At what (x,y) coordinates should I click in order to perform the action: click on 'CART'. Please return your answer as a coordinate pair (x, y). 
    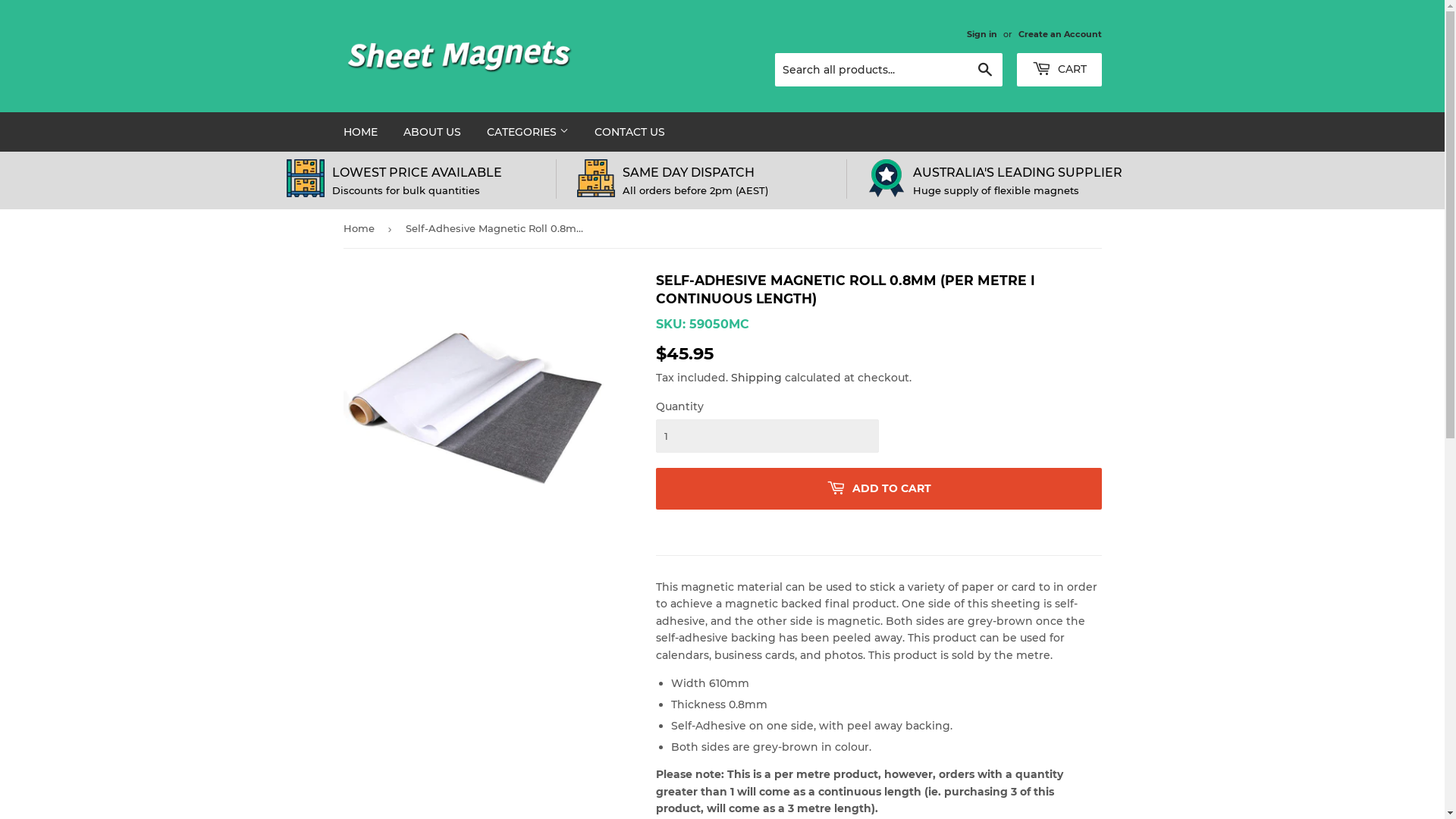
    Looking at the image, I should click on (1058, 70).